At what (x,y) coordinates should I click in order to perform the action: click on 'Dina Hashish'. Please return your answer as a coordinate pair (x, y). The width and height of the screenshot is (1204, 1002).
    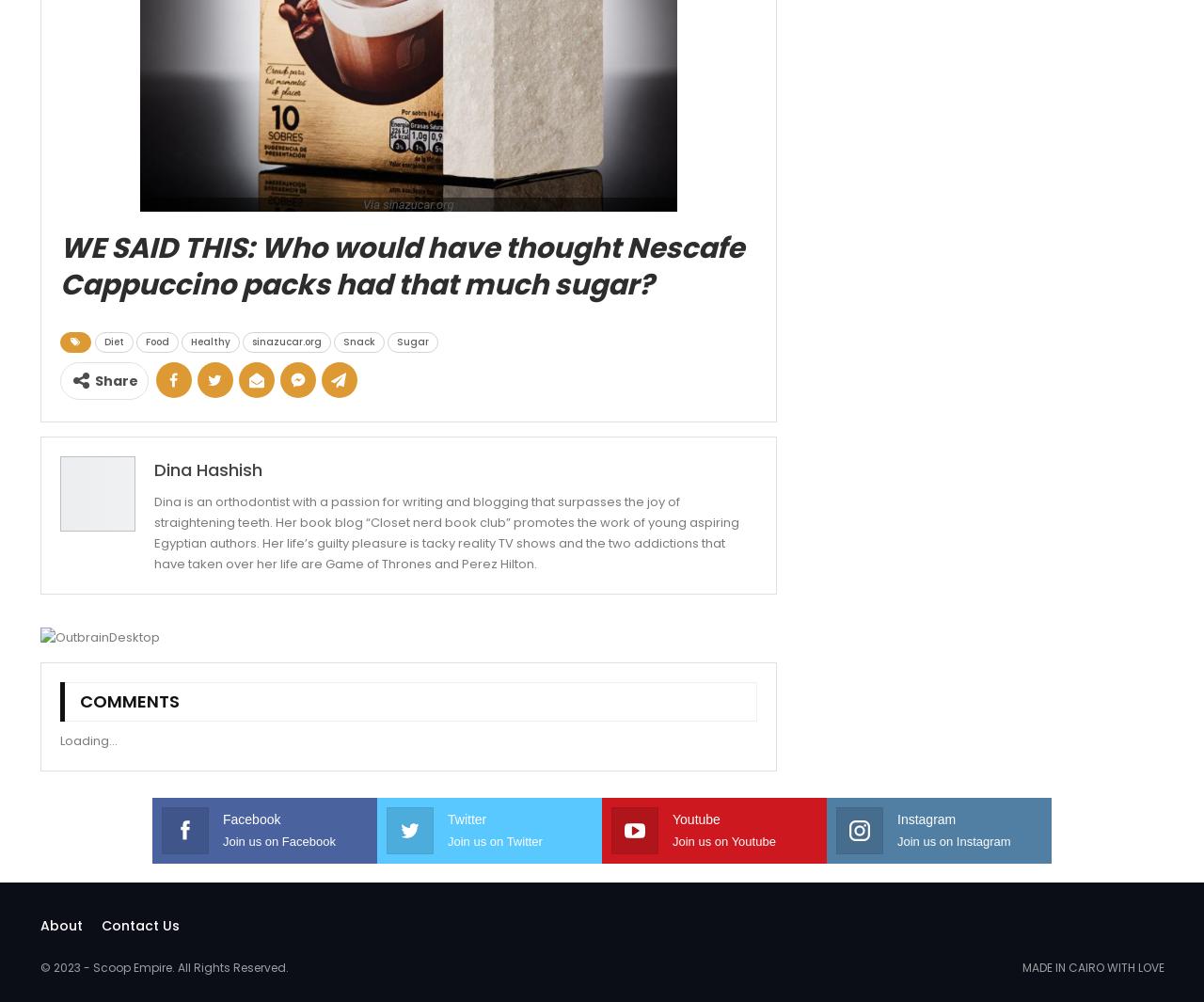
    Looking at the image, I should click on (207, 469).